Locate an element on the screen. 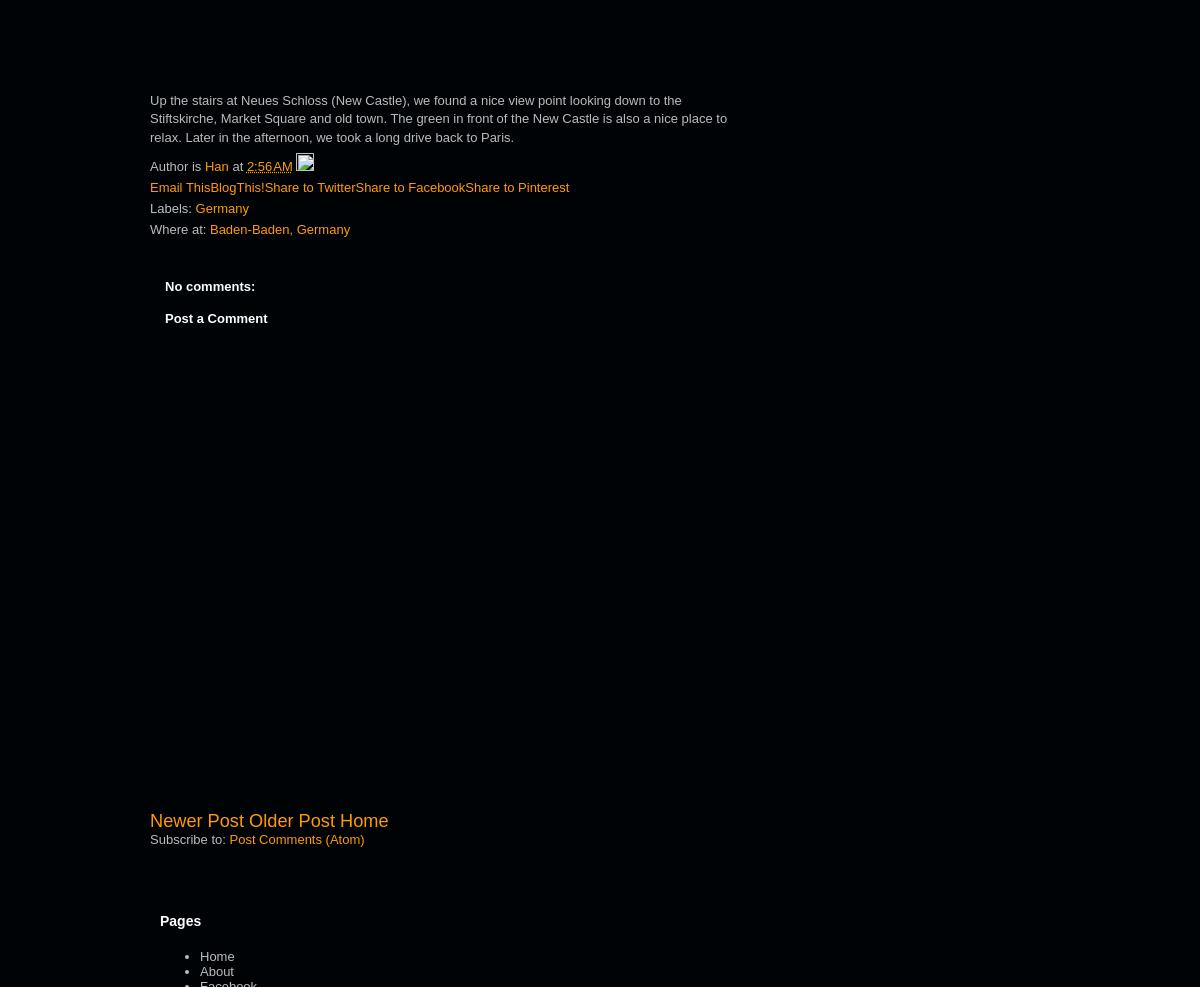 Image resolution: width=1200 pixels, height=987 pixels. '2:56 AM' is located at coordinates (268, 165).